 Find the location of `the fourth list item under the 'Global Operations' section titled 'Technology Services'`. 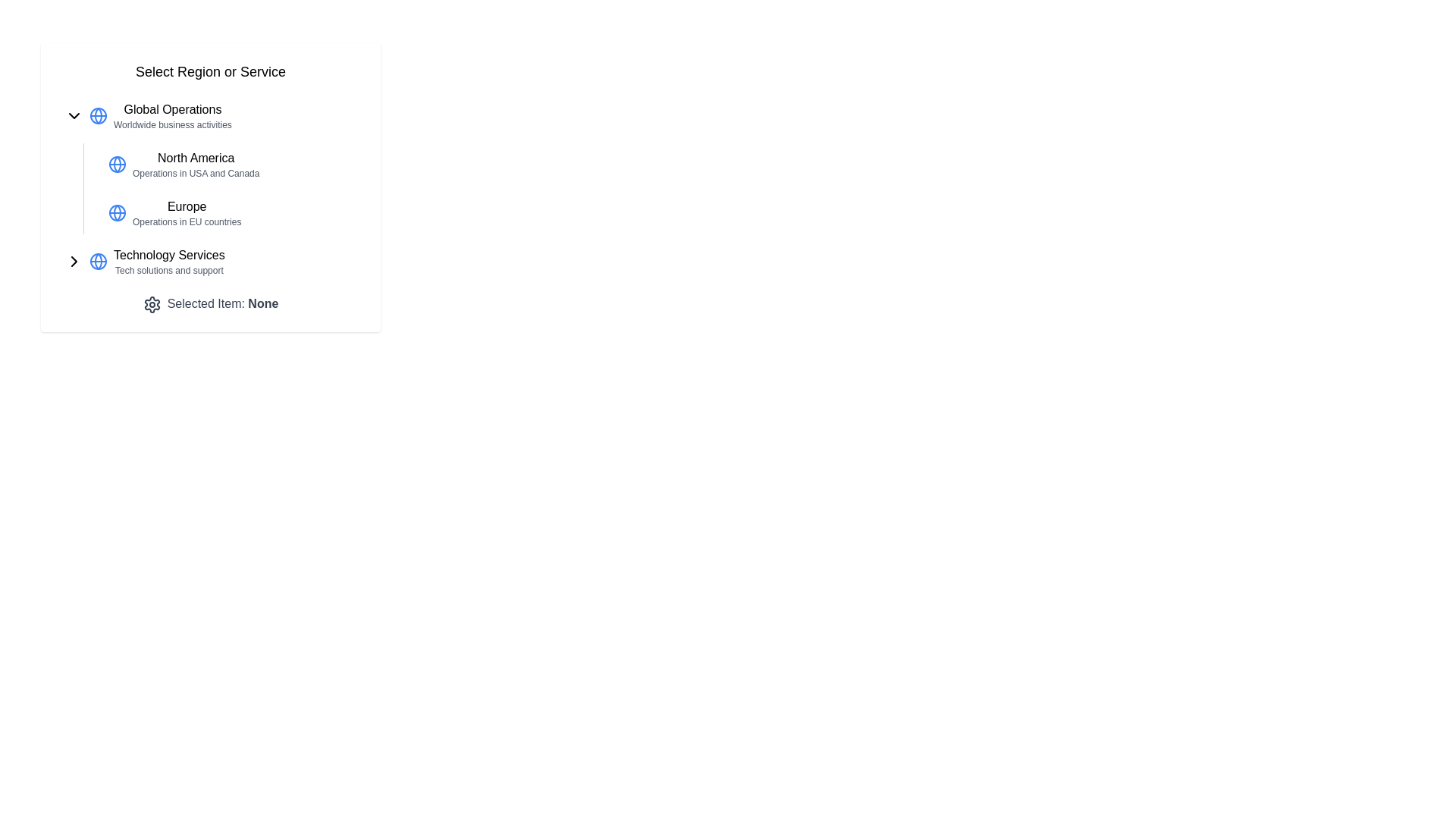

the fourth list item under the 'Global Operations' section titled 'Technology Services' is located at coordinates (210, 260).